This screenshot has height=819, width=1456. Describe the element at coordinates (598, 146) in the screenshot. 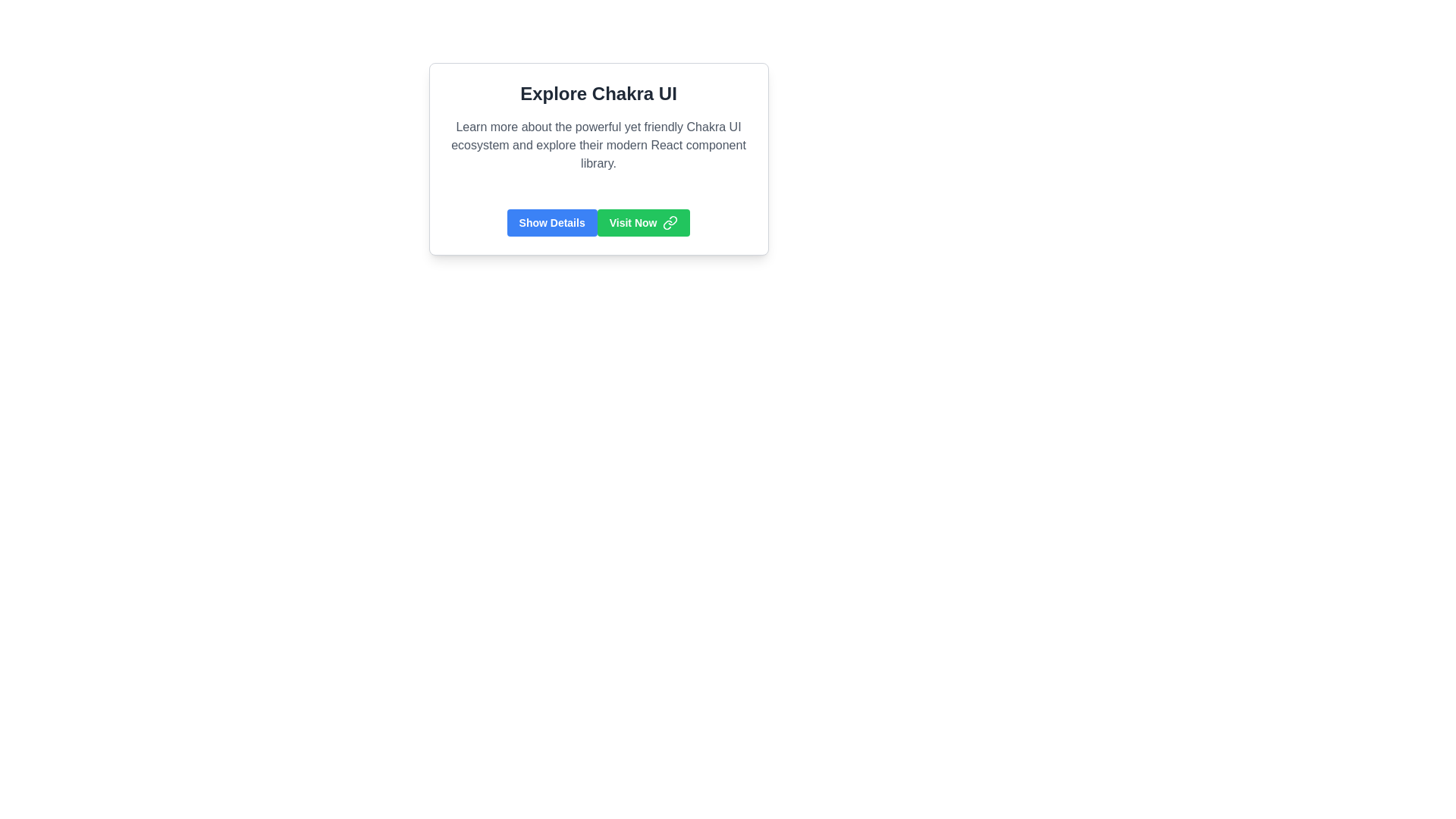

I see `informational text block about the Chakra UI ecosystem located beneath the header 'Explore Chakra UI'` at that location.